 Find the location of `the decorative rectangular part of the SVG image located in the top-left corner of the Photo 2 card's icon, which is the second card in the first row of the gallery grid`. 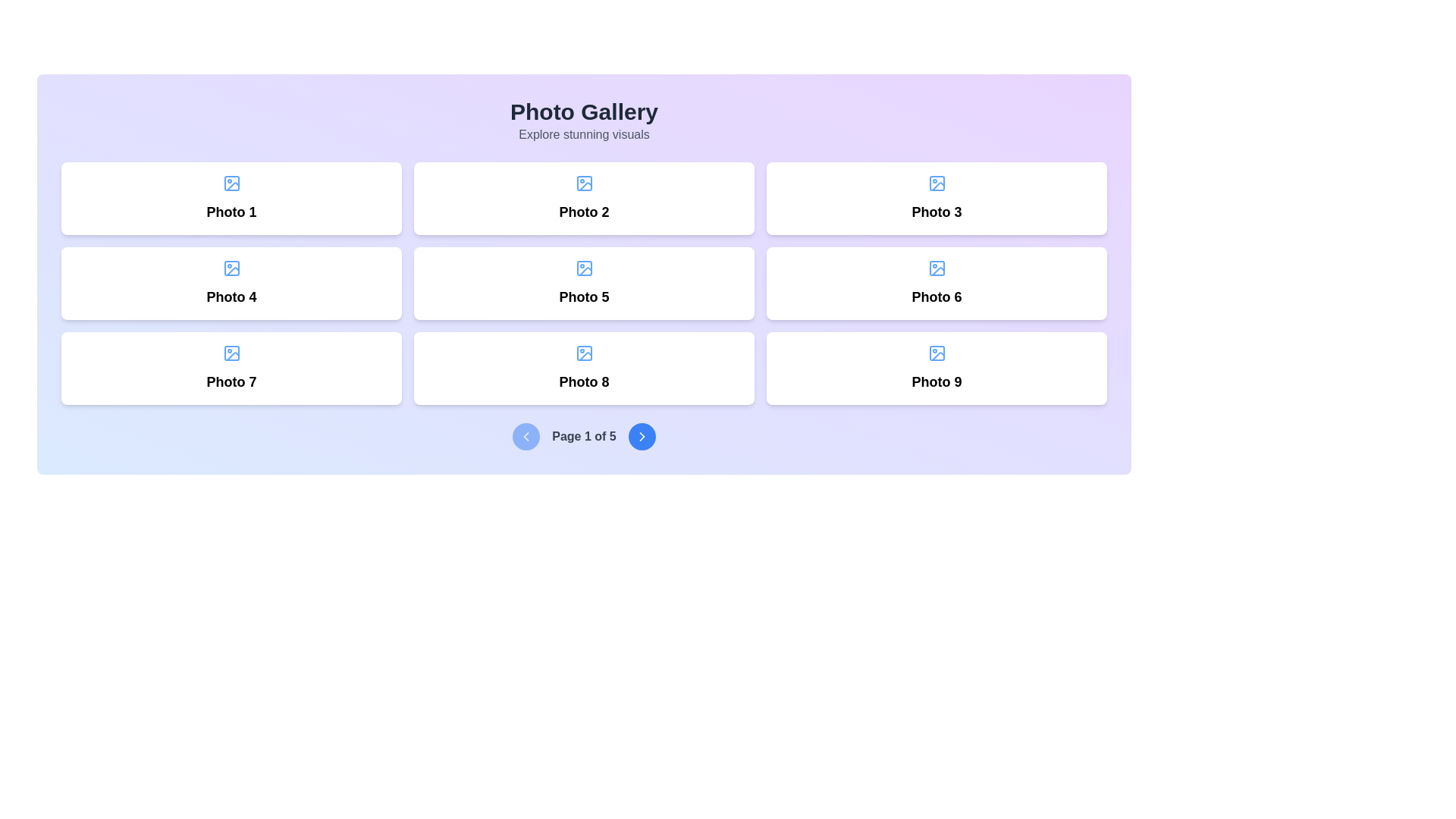

the decorative rectangular part of the SVG image located in the top-left corner of the Photo 2 card's icon, which is the second card in the first row of the gallery grid is located at coordinates (583, 183).